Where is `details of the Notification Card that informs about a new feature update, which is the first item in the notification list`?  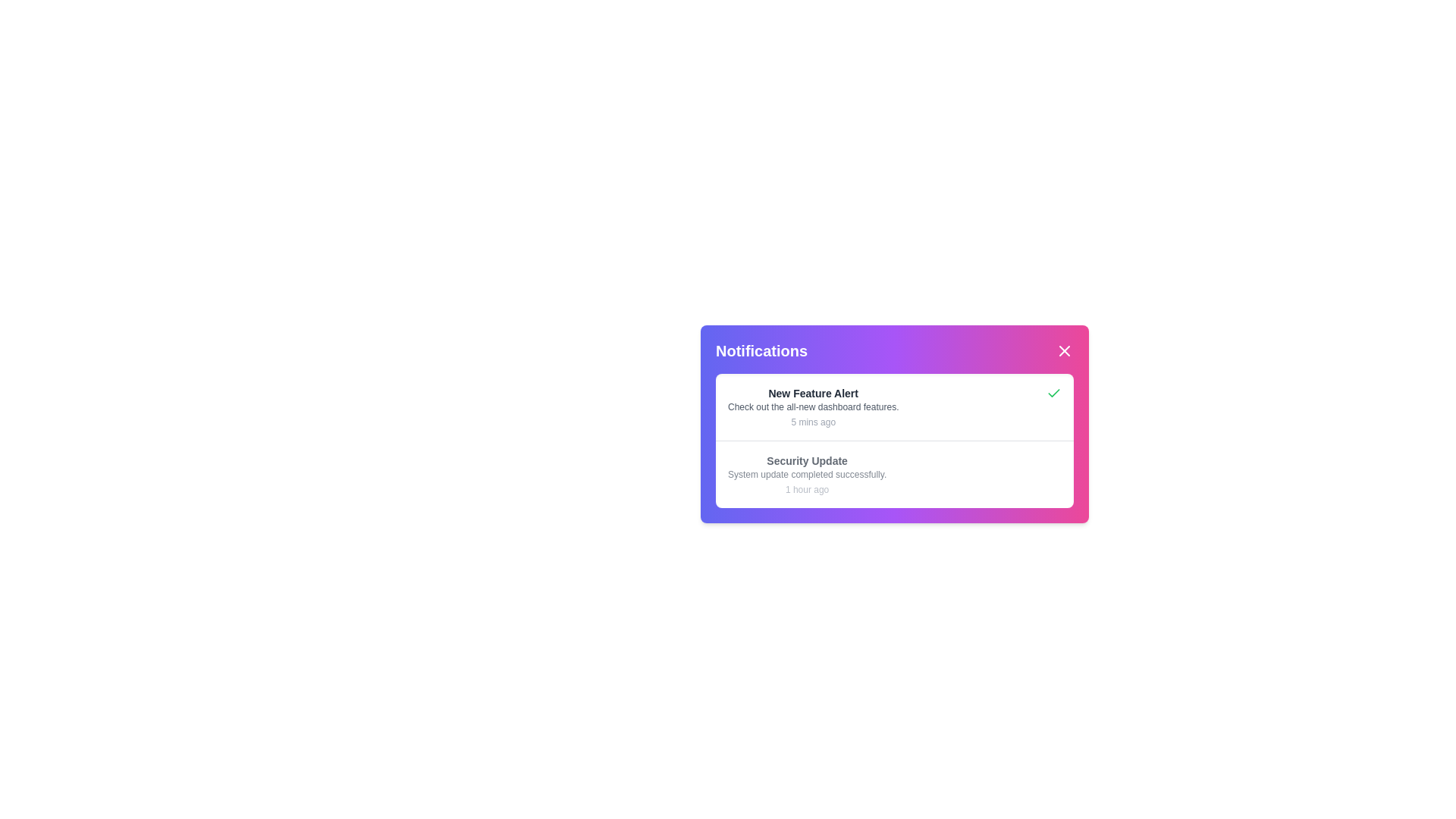 details of the Notification Card that informs about a new feature update, which is the first item in the notification list is located at coordinates (895, 406).